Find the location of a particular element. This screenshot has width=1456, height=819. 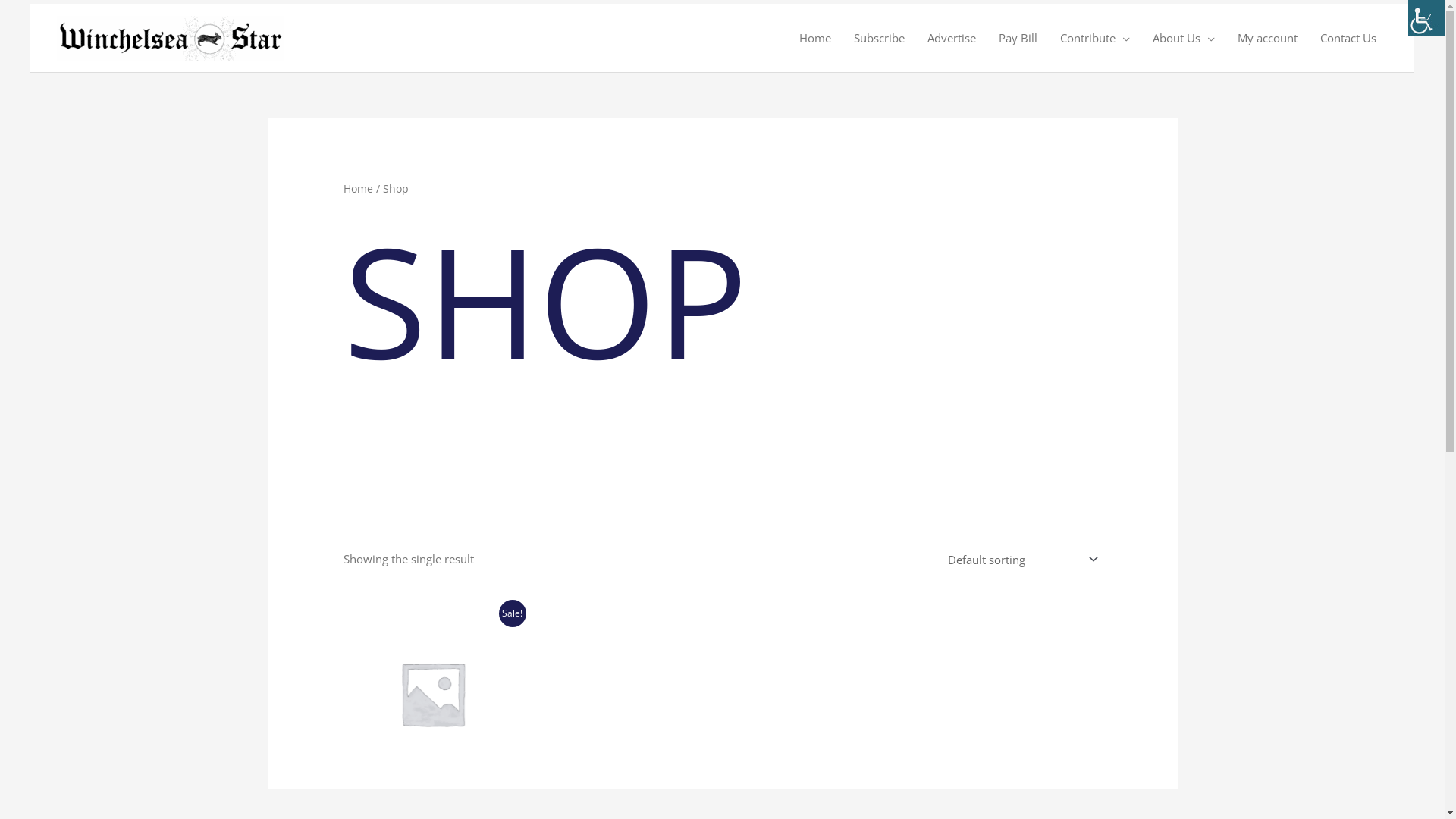

'About Us' is located at coordinates (1182, 37).